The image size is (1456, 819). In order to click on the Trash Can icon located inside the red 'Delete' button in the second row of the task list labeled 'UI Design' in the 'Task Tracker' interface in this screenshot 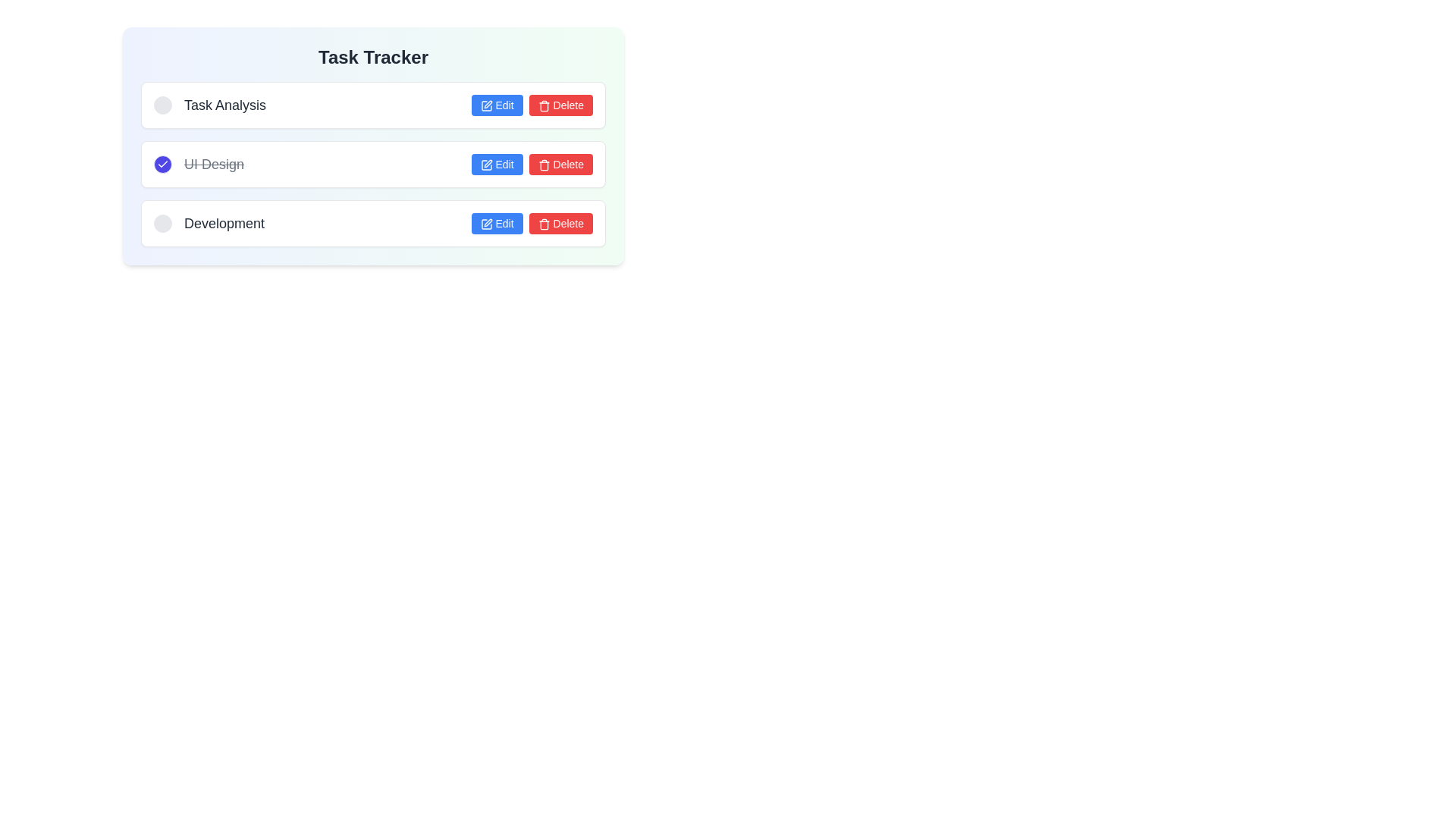, I will do `click(544, 106)`.